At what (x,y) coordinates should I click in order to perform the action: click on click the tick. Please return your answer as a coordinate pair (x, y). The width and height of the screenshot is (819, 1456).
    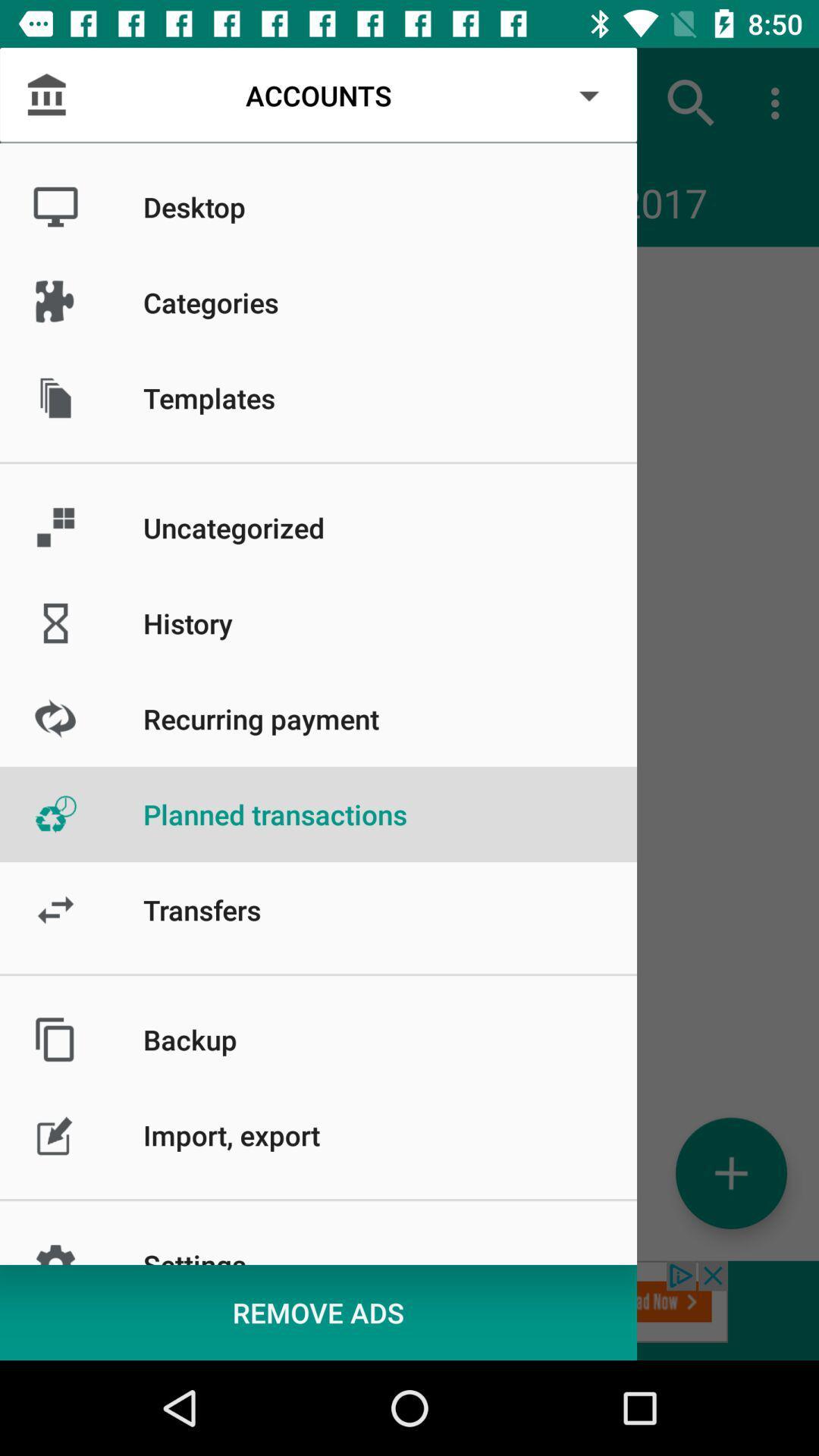
    Looking at the image, I should click on (730, 1172).